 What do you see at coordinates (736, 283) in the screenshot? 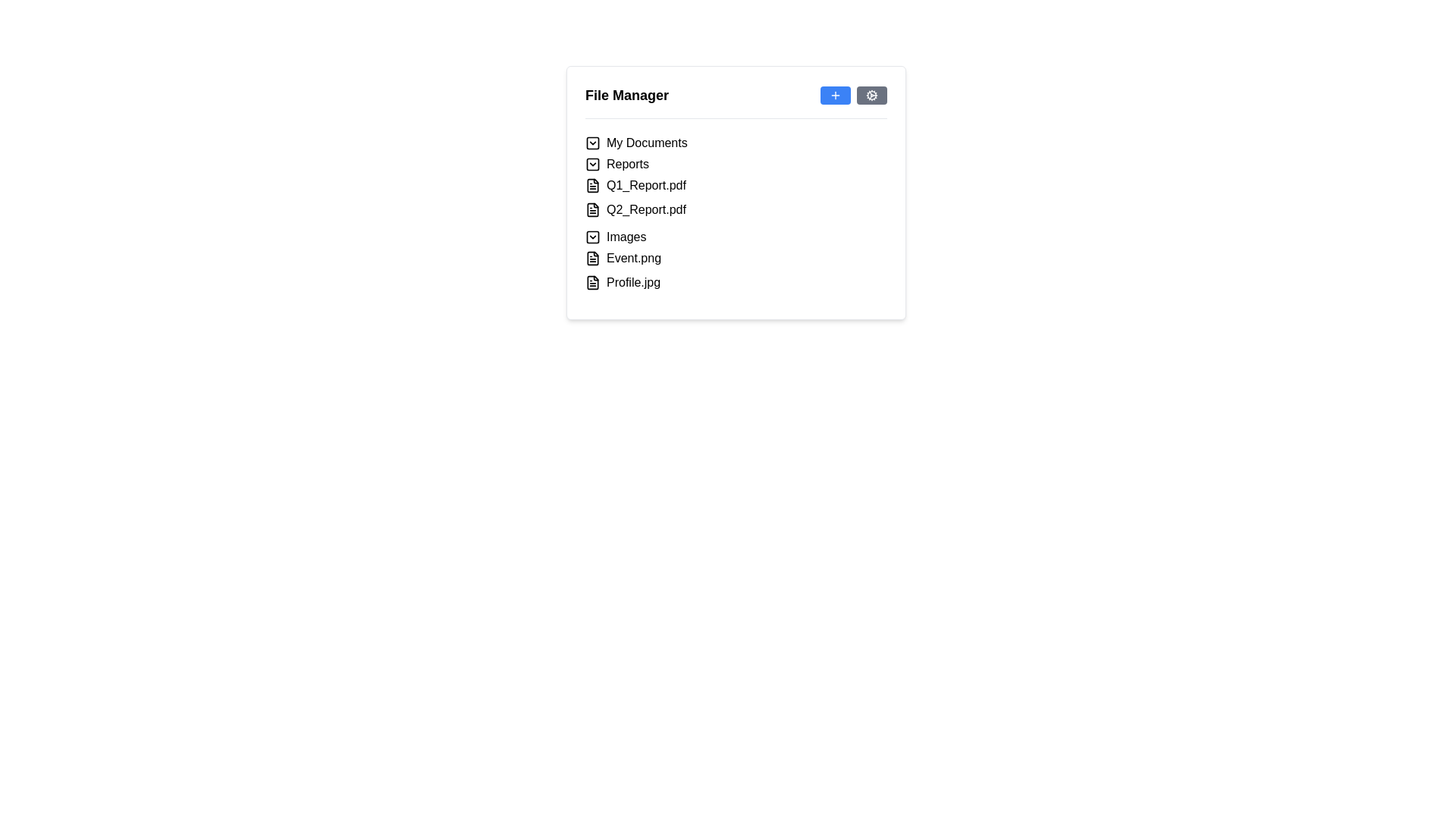
I see `the file entry item labeled 'Profile.jpg'` at bounding box center [736, 283].